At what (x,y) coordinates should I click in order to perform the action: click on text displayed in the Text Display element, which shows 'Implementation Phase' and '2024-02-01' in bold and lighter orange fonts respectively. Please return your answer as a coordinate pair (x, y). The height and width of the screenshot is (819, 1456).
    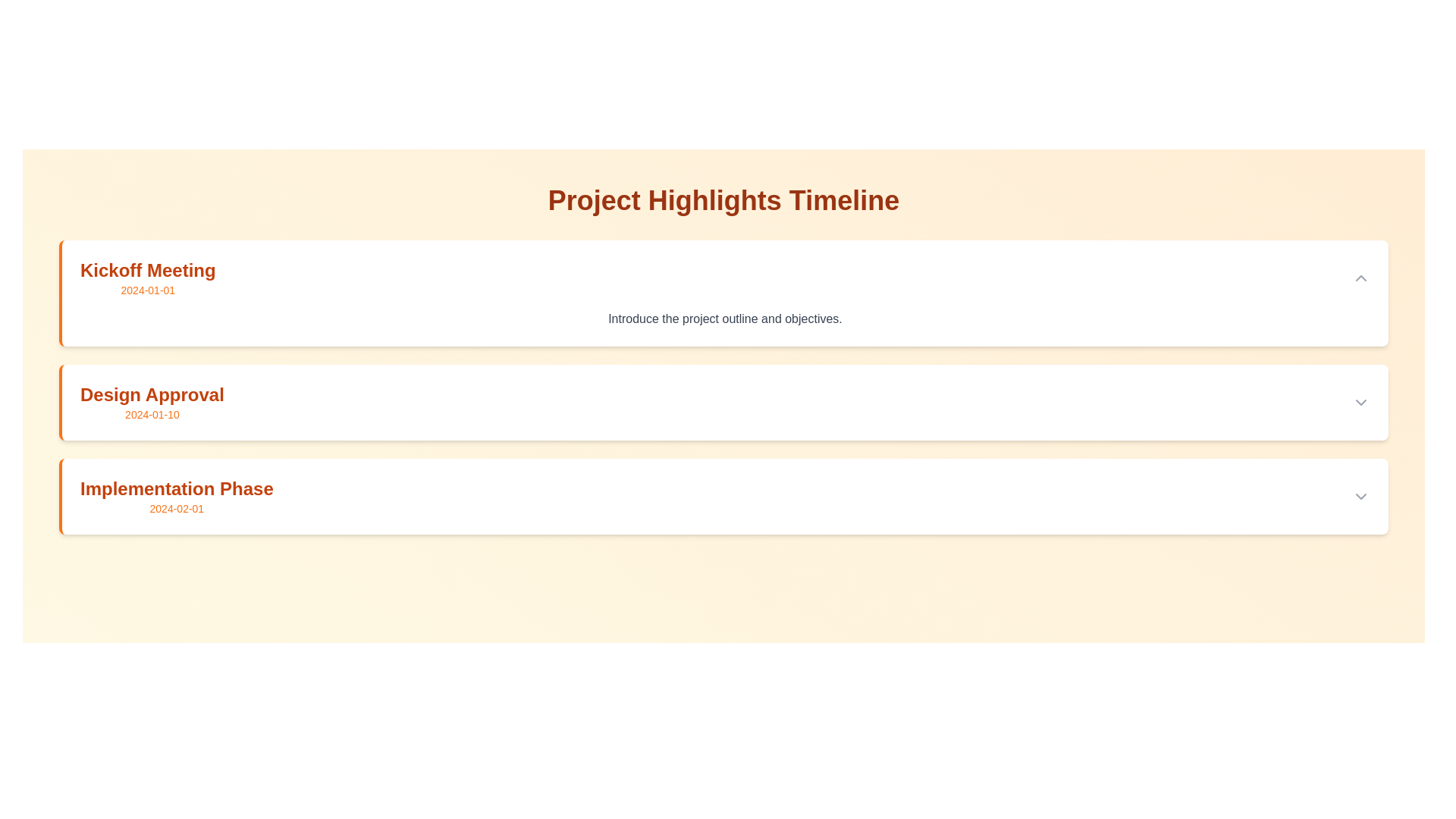
    Looking at the image, I should click on (177, 497).